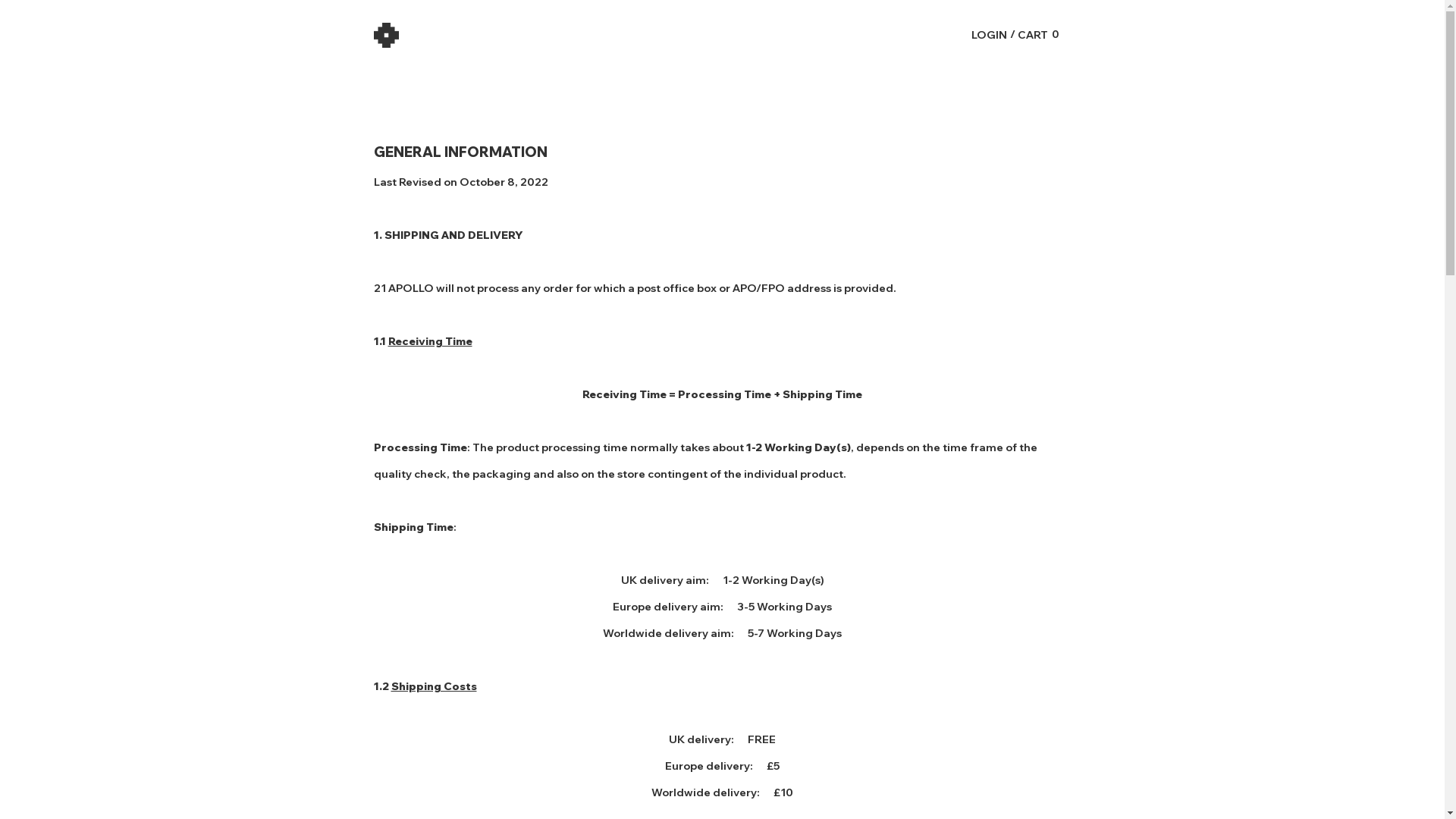  What do you see at coordinates (988, 34) in the screenshot?
I see `'LOGIN'` at bounding box center [988, 34].